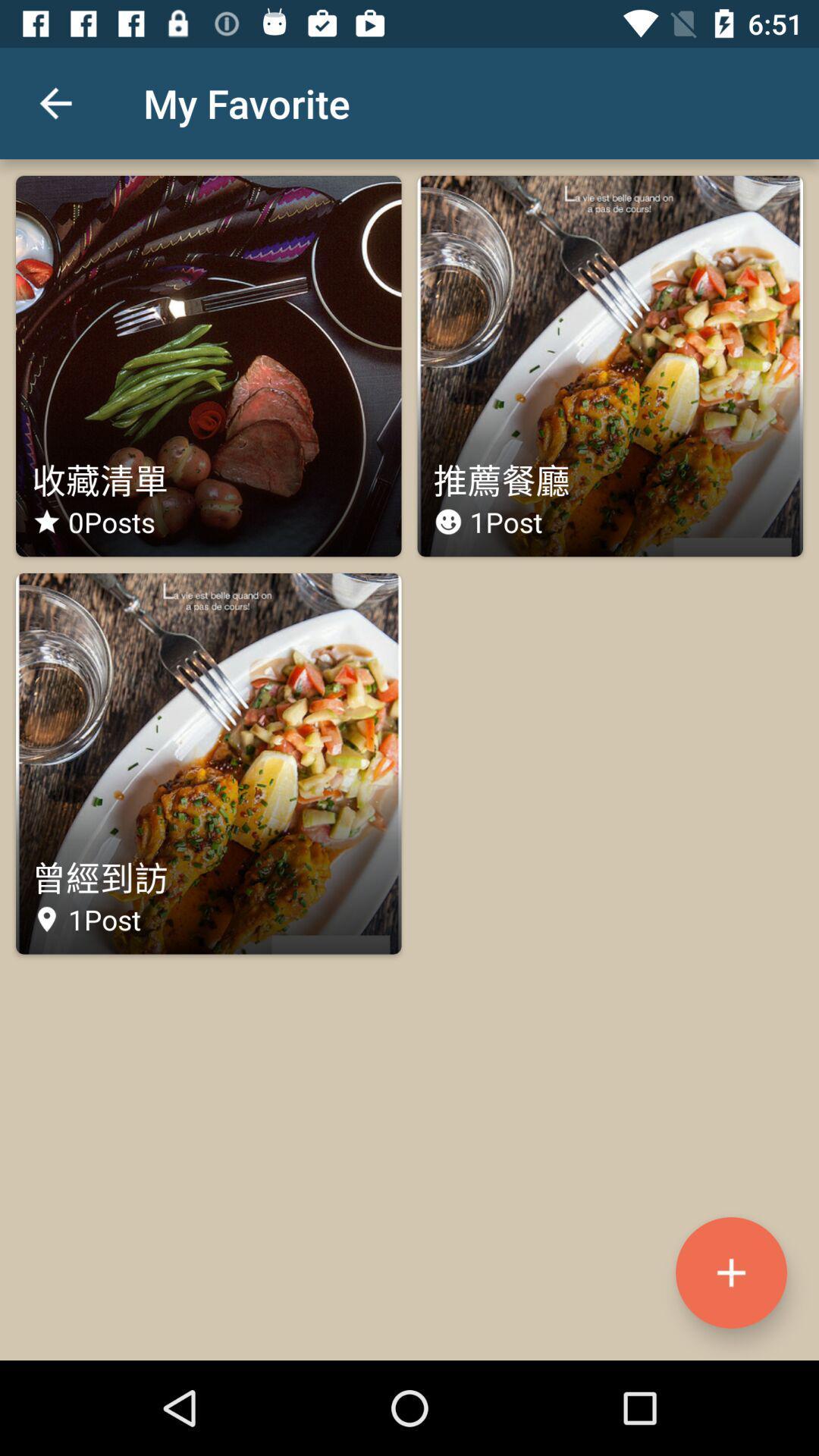 The width and height of the screenshot is (819, 1456). I want to click on icon at the bottom right corner, so click(730, 1272).